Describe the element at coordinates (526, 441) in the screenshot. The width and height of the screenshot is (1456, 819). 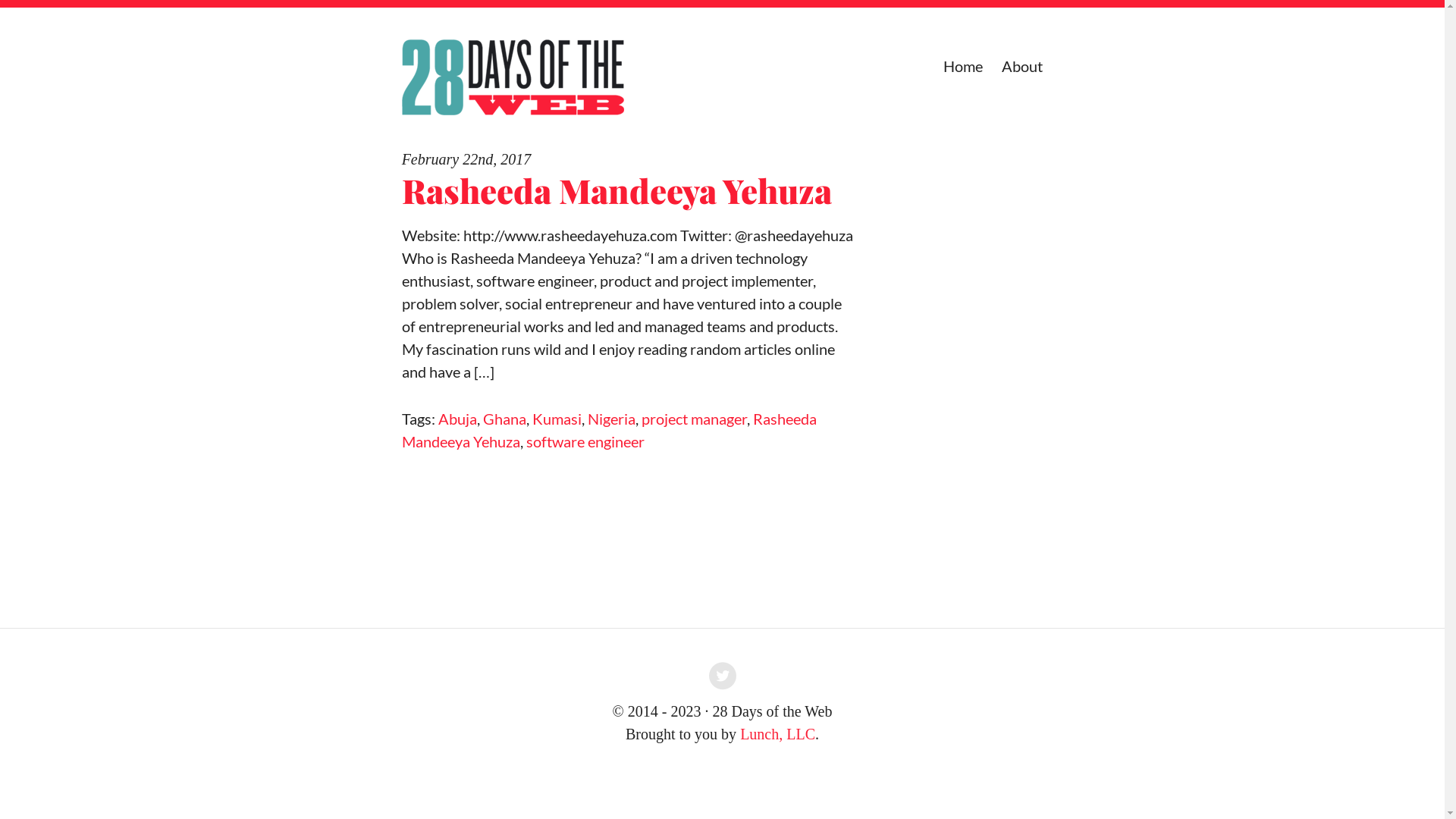
I see `'software engineer'` at that location.